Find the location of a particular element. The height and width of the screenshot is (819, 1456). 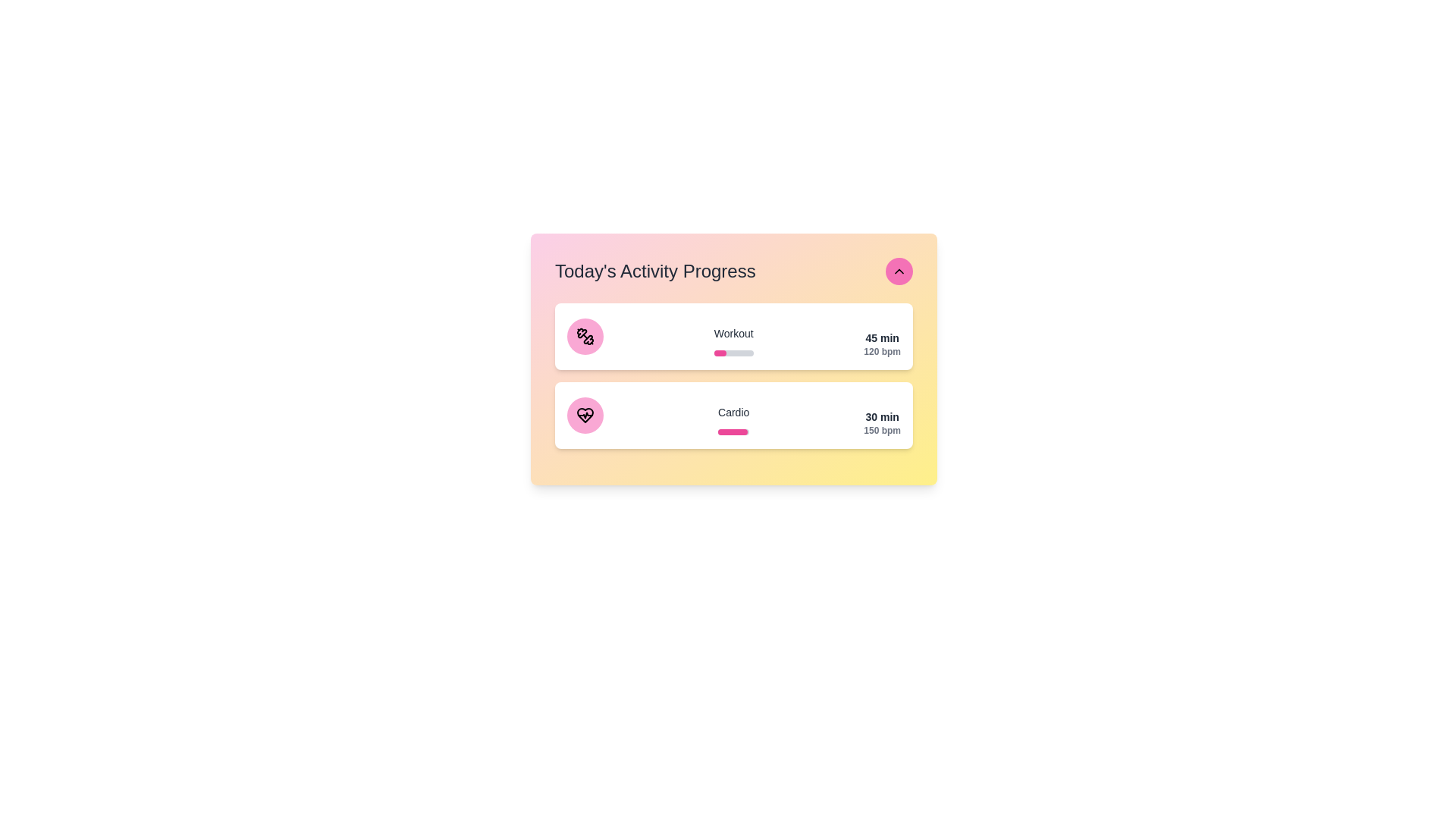

the text label displaying '120 bpm', which is located below '45 min' within the 'Workout' section of the workout activity summary is located at coordinates (882, 351).